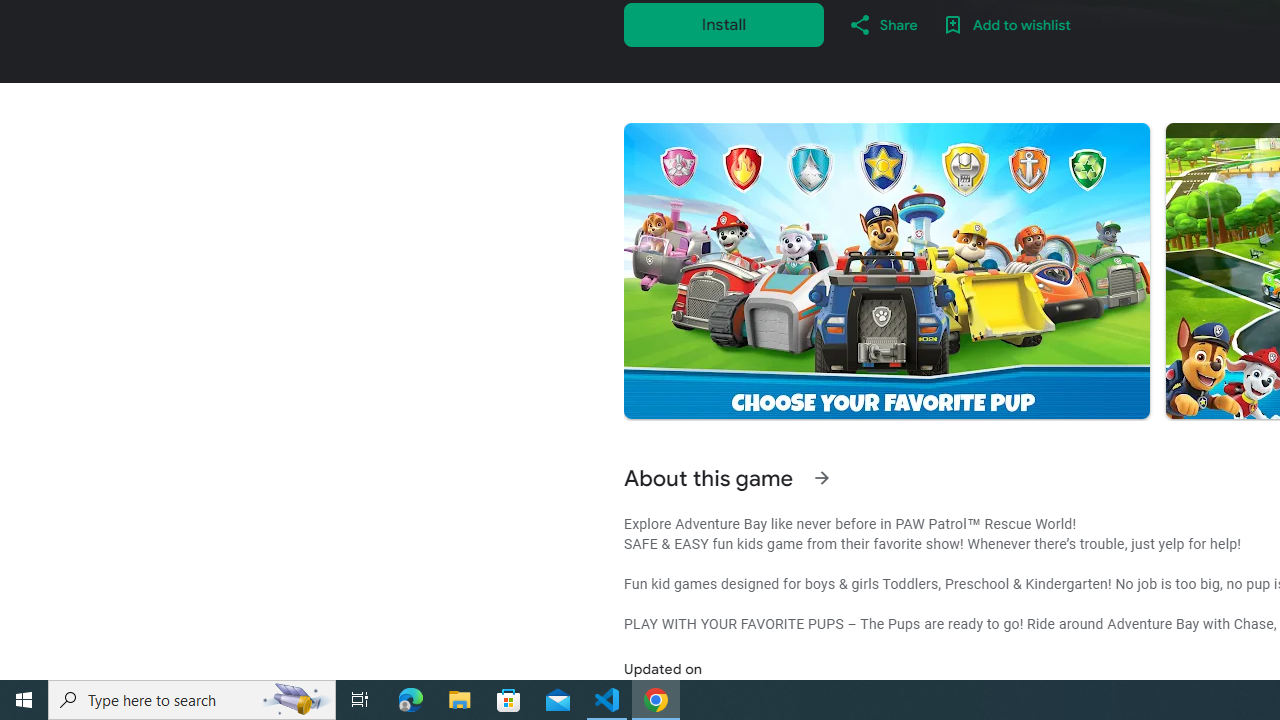  Describe the element at coordinates (722, 24) in the screenshot. I see `'Install'` at that location.